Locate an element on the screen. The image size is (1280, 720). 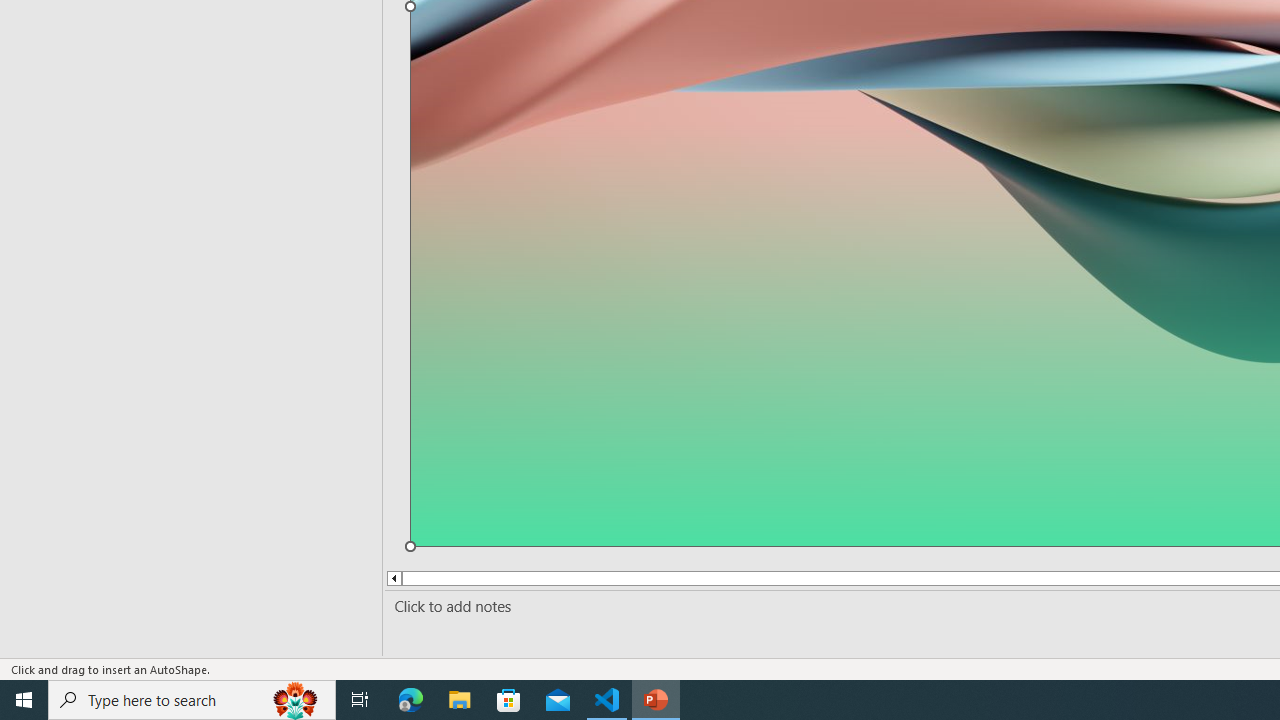
'File Explorer' is located at coordinates (459, 698).